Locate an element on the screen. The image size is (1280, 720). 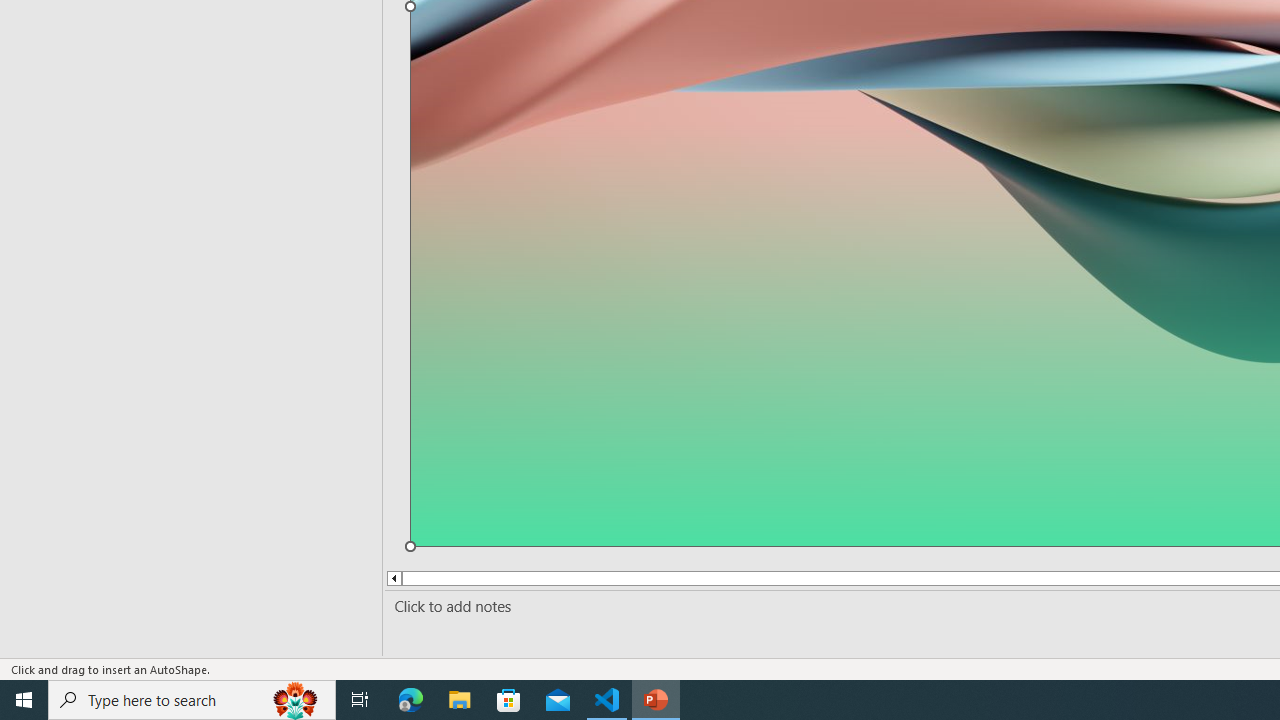
'File Explorer' is located at coordinates (459, 698).